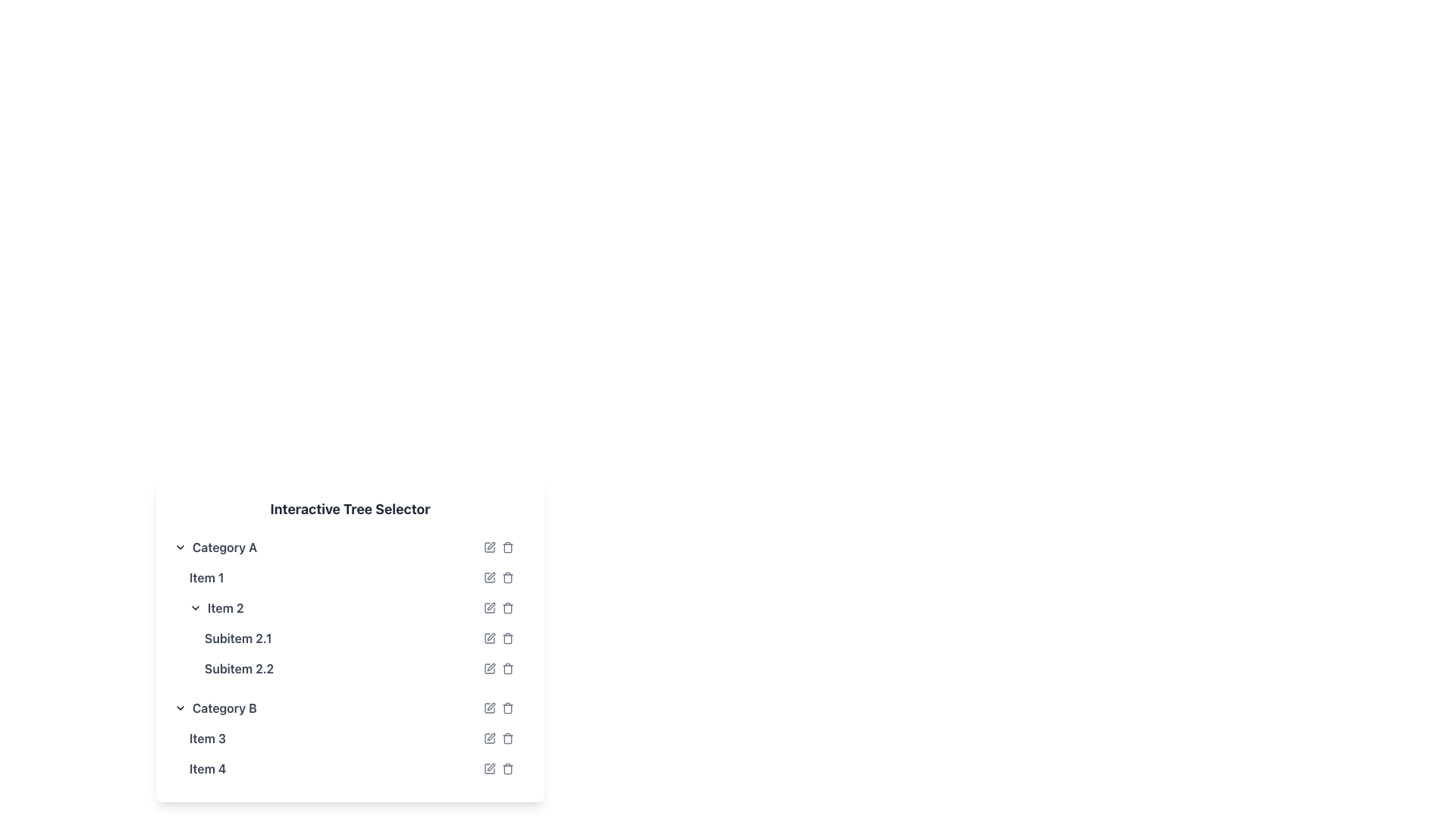 The image size is (1456, 819). Describe the element at coordinates (491, 666) in the screenshot. I see `the edit icon button located in the lower right-hand side of the nested list item labeled 'Subitem 2.2'` at that location.